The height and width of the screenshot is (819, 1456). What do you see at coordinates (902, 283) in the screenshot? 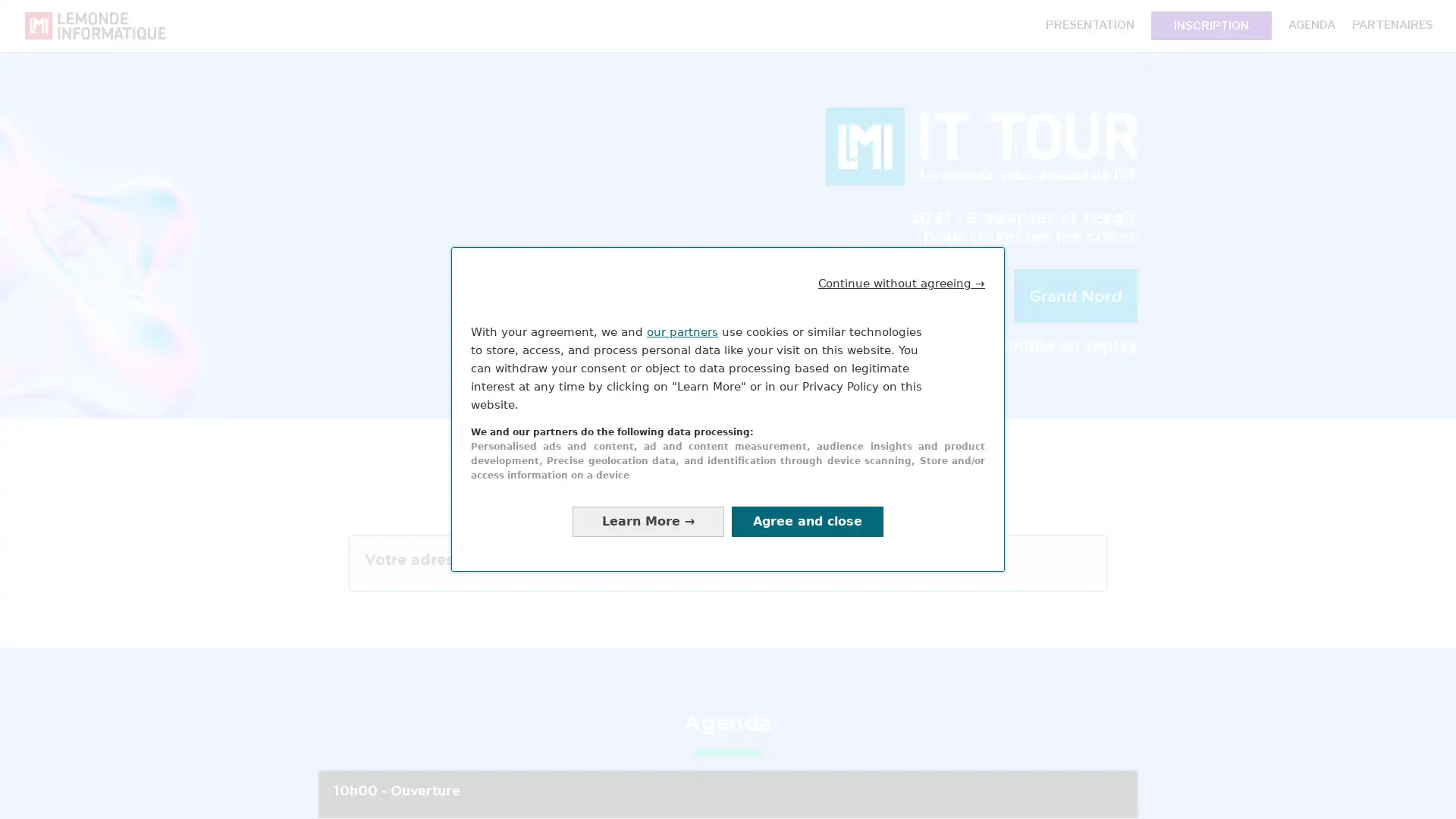
I see `Continue without agreeing` at bounding box center [902, 283].